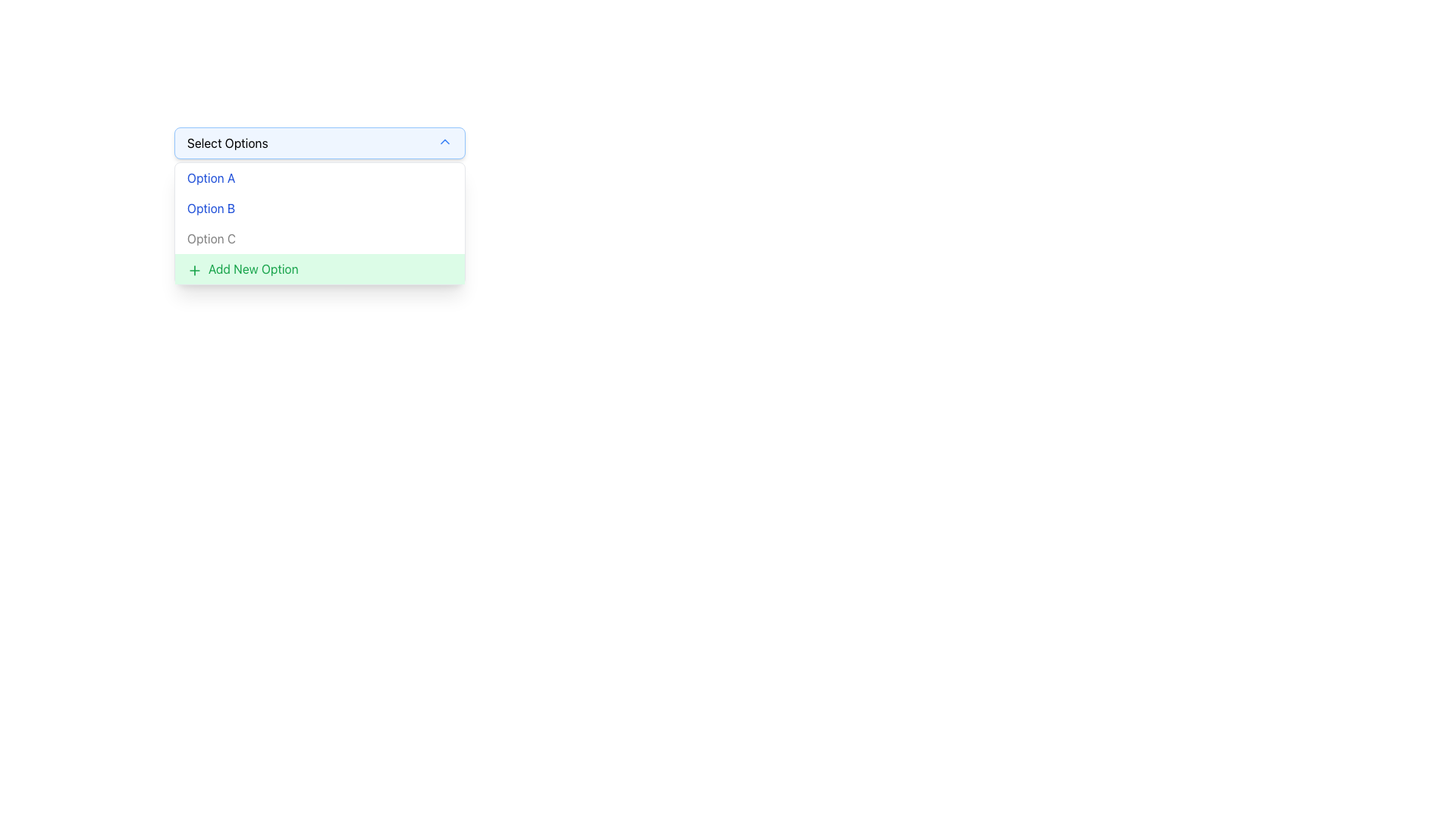  Describe the element at coordinates (319, 208) in the screenshot. I see `the dropdown option list` at that location.